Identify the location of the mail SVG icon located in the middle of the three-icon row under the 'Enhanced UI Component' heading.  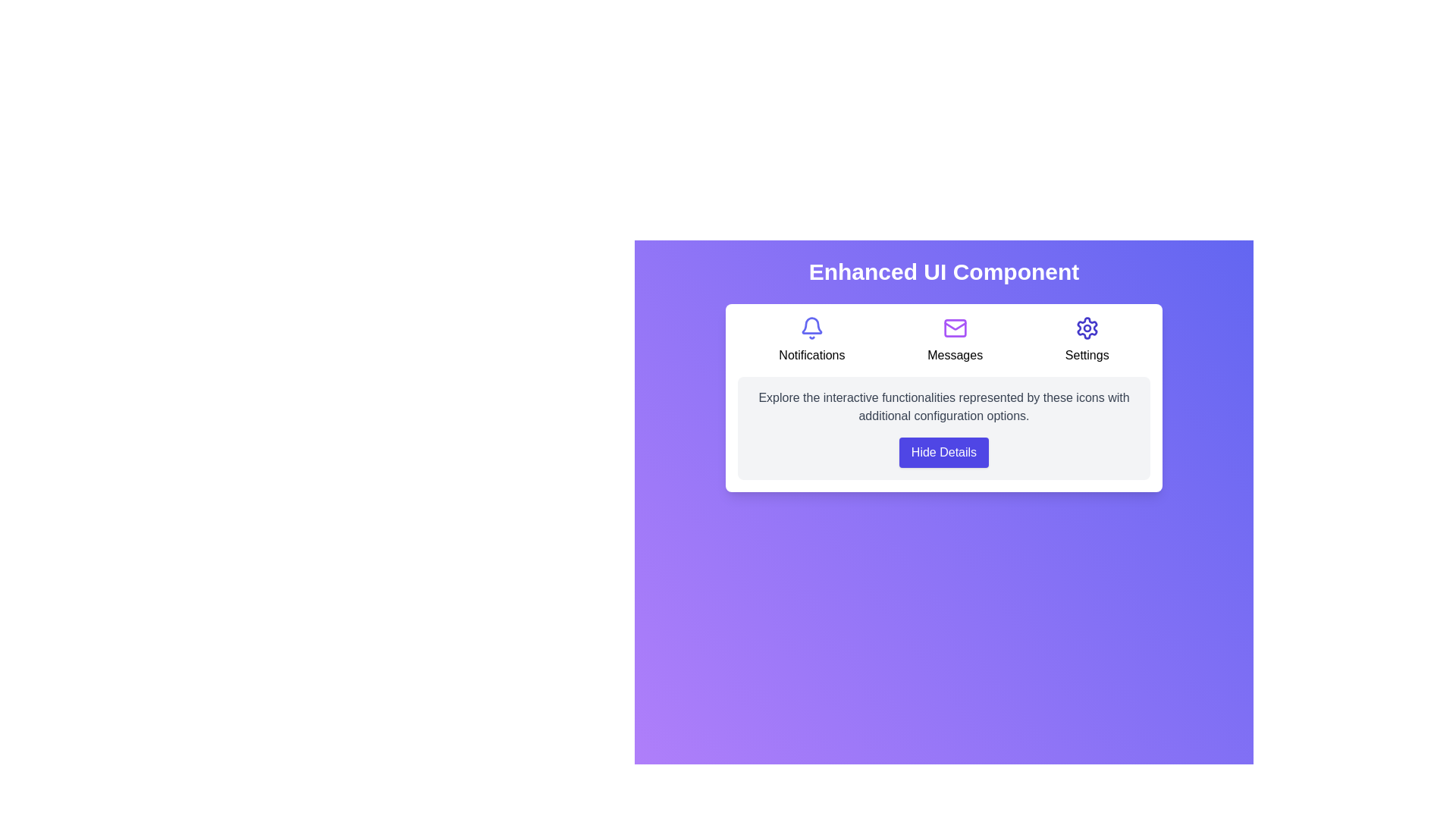
(954, 327).